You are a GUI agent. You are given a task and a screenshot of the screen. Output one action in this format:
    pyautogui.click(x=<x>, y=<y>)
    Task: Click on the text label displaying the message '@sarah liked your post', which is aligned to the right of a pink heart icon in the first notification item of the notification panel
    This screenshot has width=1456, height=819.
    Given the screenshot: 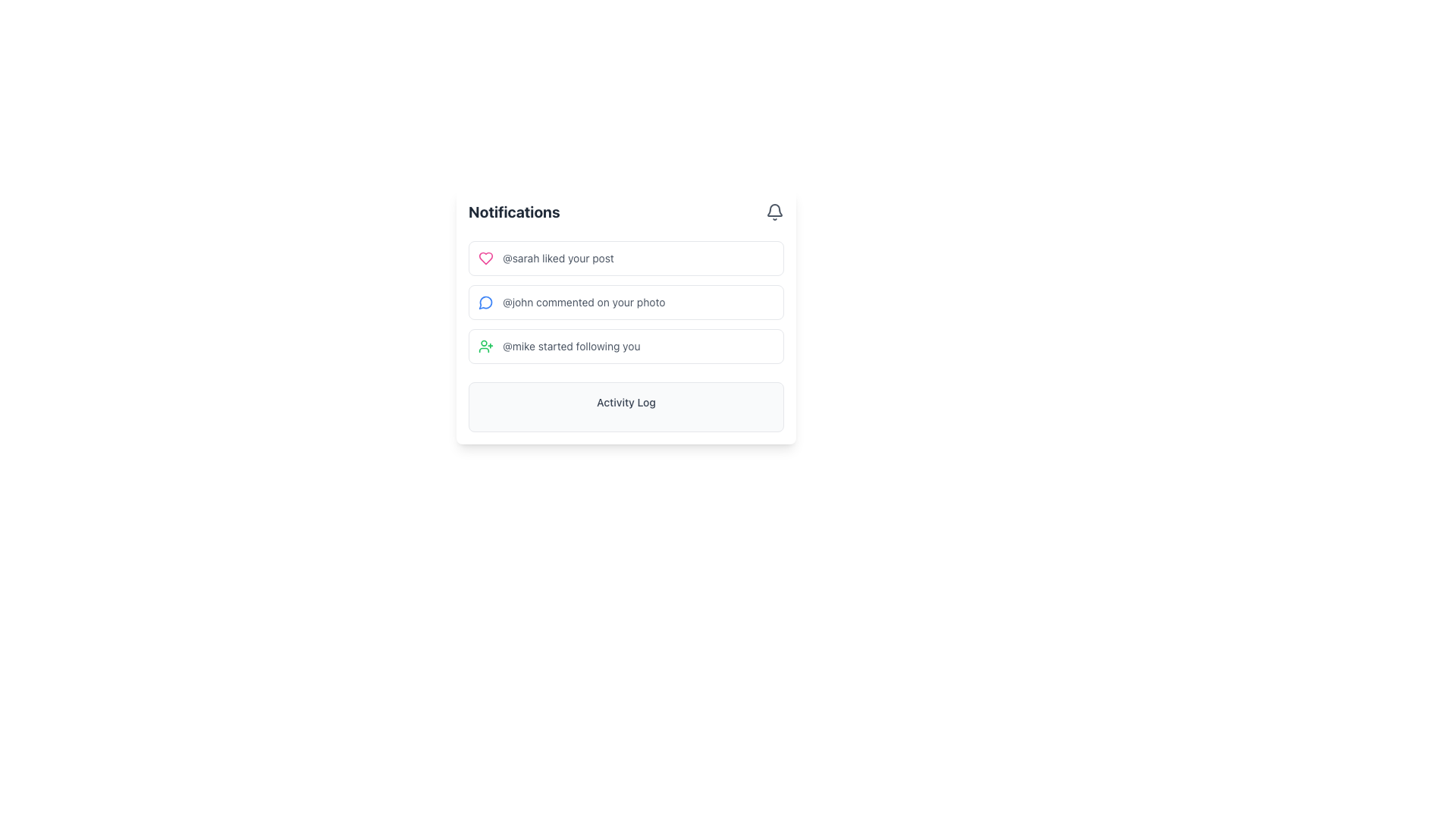 What is the action you would take?
    pyautogui.click(x=557, y=257)
    